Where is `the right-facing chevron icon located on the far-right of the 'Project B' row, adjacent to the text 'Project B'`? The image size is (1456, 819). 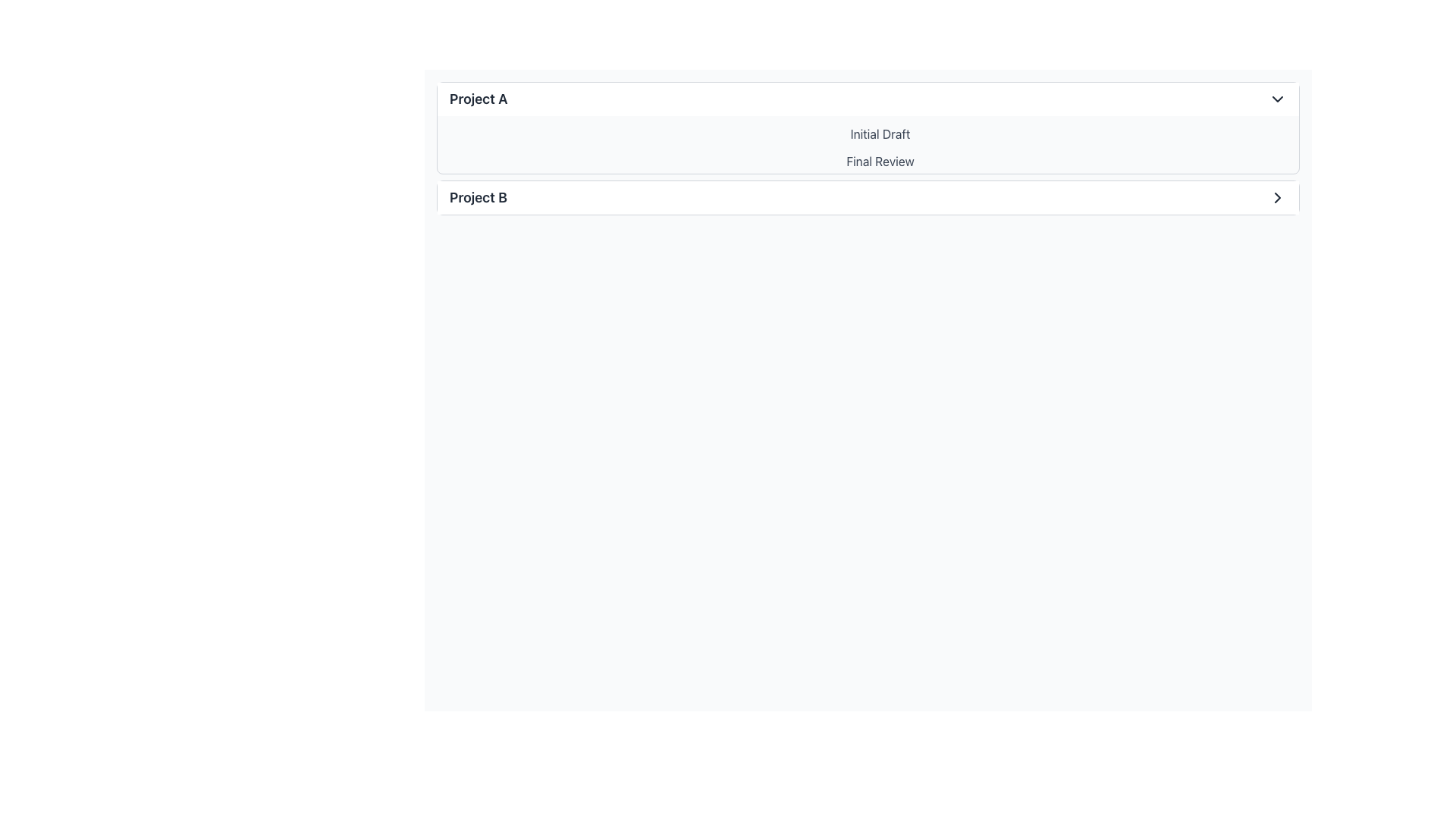 the right-facing chevron icon located on the far-right of the 'Project B' row, adjacent to the text 'Project B' is located at coordinates (1276, 197).